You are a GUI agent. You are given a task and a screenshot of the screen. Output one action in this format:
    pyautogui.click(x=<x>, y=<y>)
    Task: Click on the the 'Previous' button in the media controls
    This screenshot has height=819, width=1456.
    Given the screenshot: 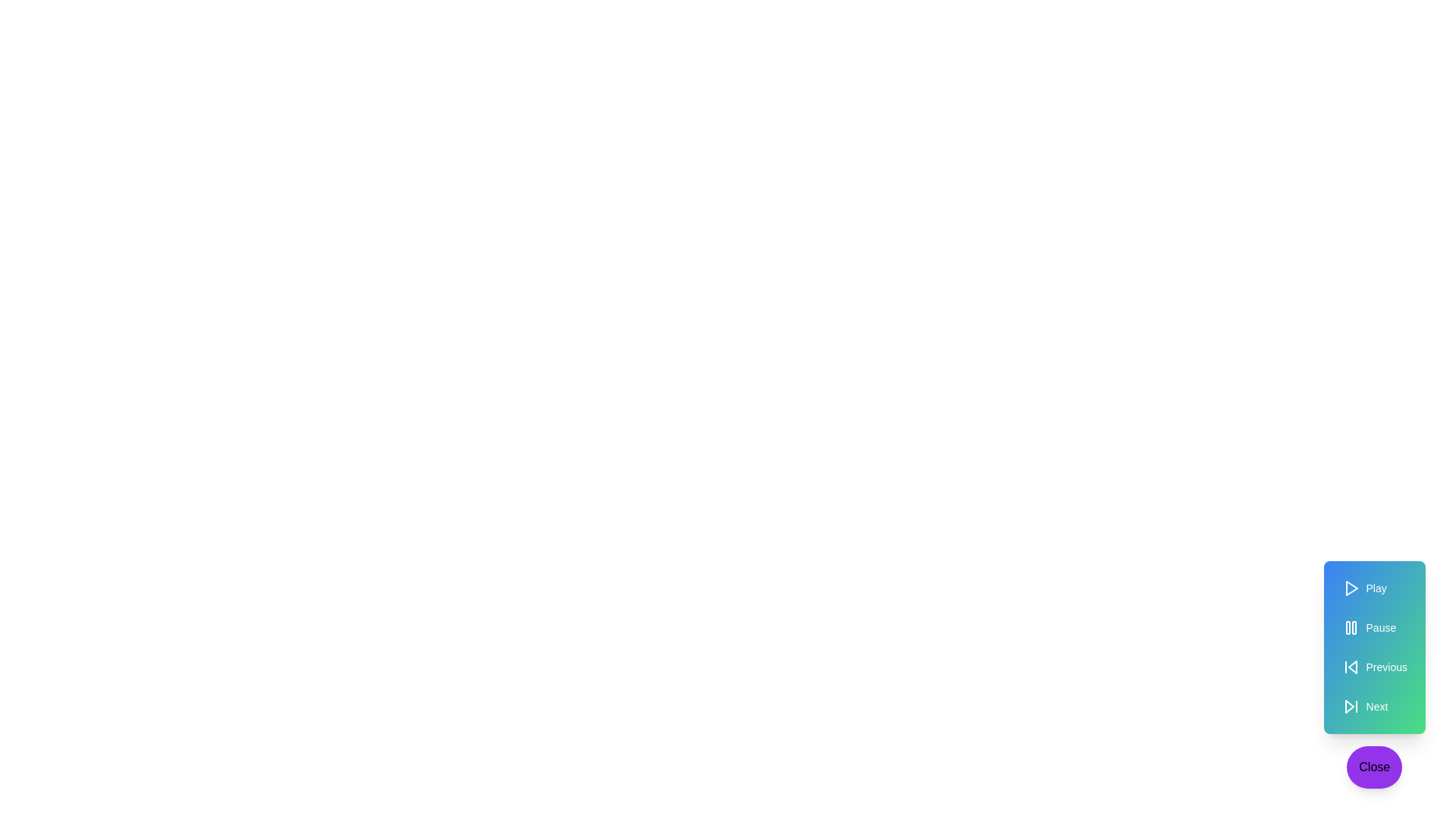 What is the action you would take?
    pyautogui.click(x=1374, y=666)
    